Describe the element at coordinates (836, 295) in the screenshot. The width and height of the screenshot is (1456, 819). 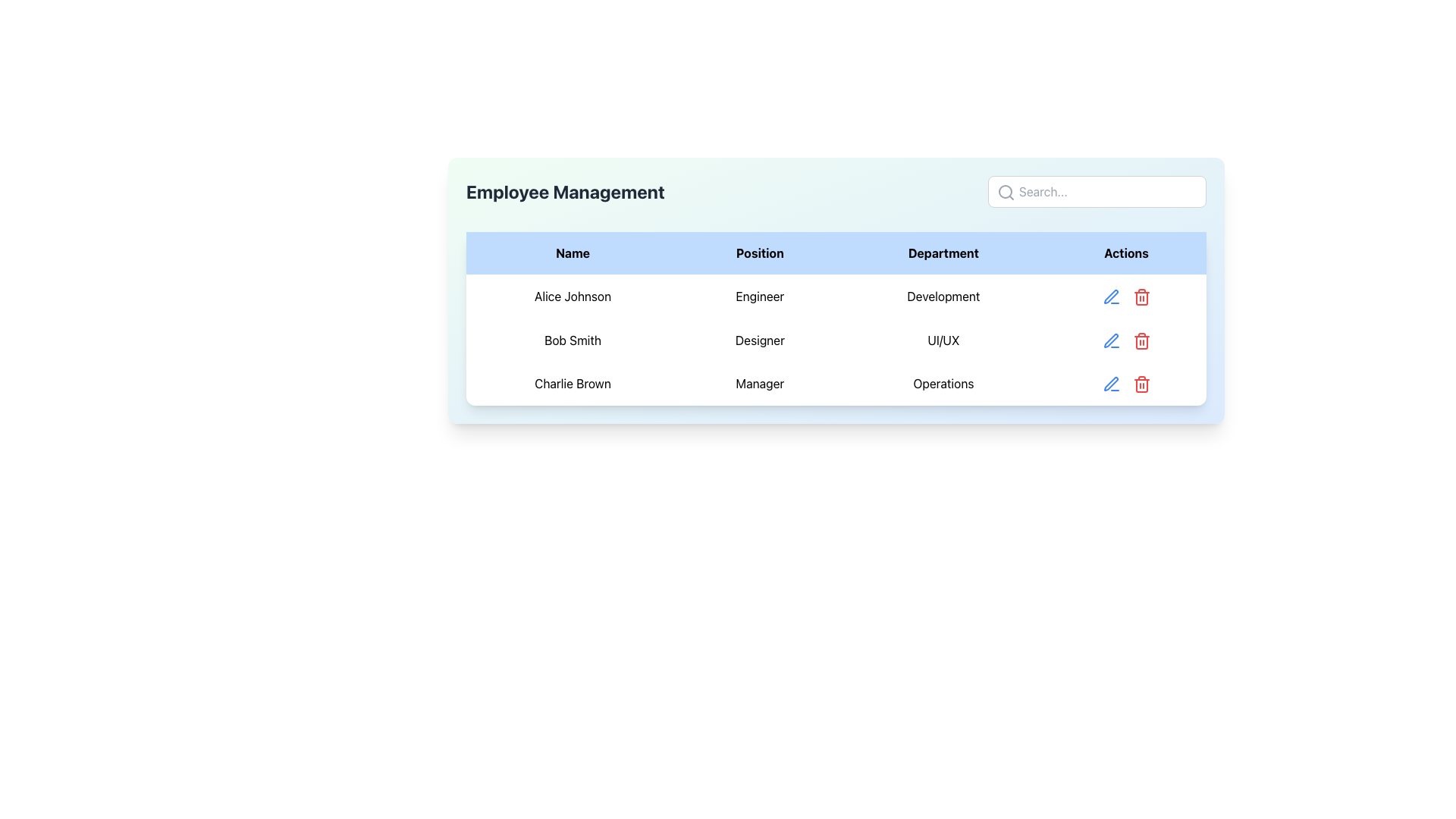
I see `the first row in the table that contains details about 'Alice Johnson'` at that location.